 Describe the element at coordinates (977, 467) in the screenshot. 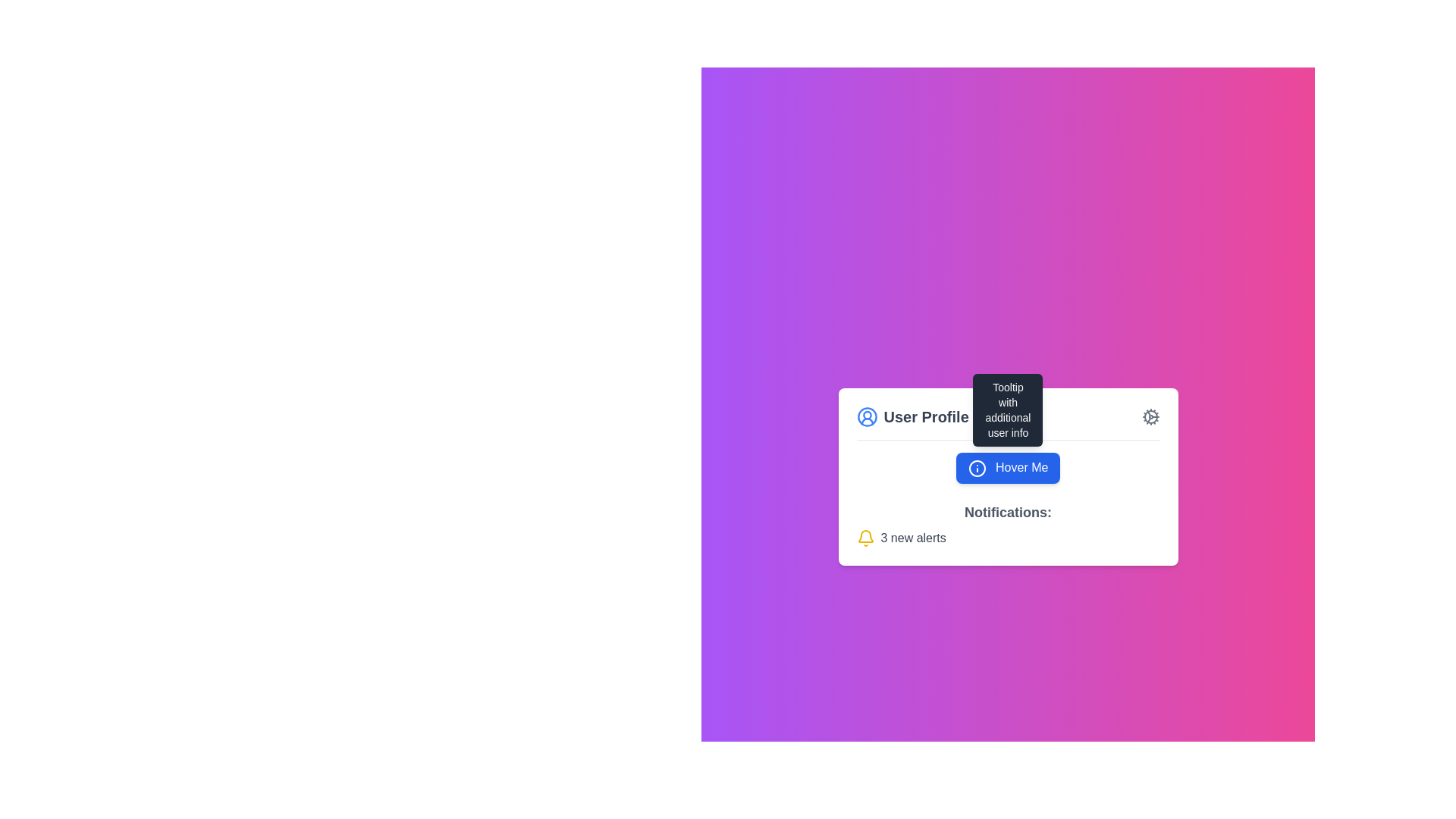

I see `the Icon located at the leftmost side of the text inside the 'Hover Me' button, which visually indicates additional information or guidance` at that location.